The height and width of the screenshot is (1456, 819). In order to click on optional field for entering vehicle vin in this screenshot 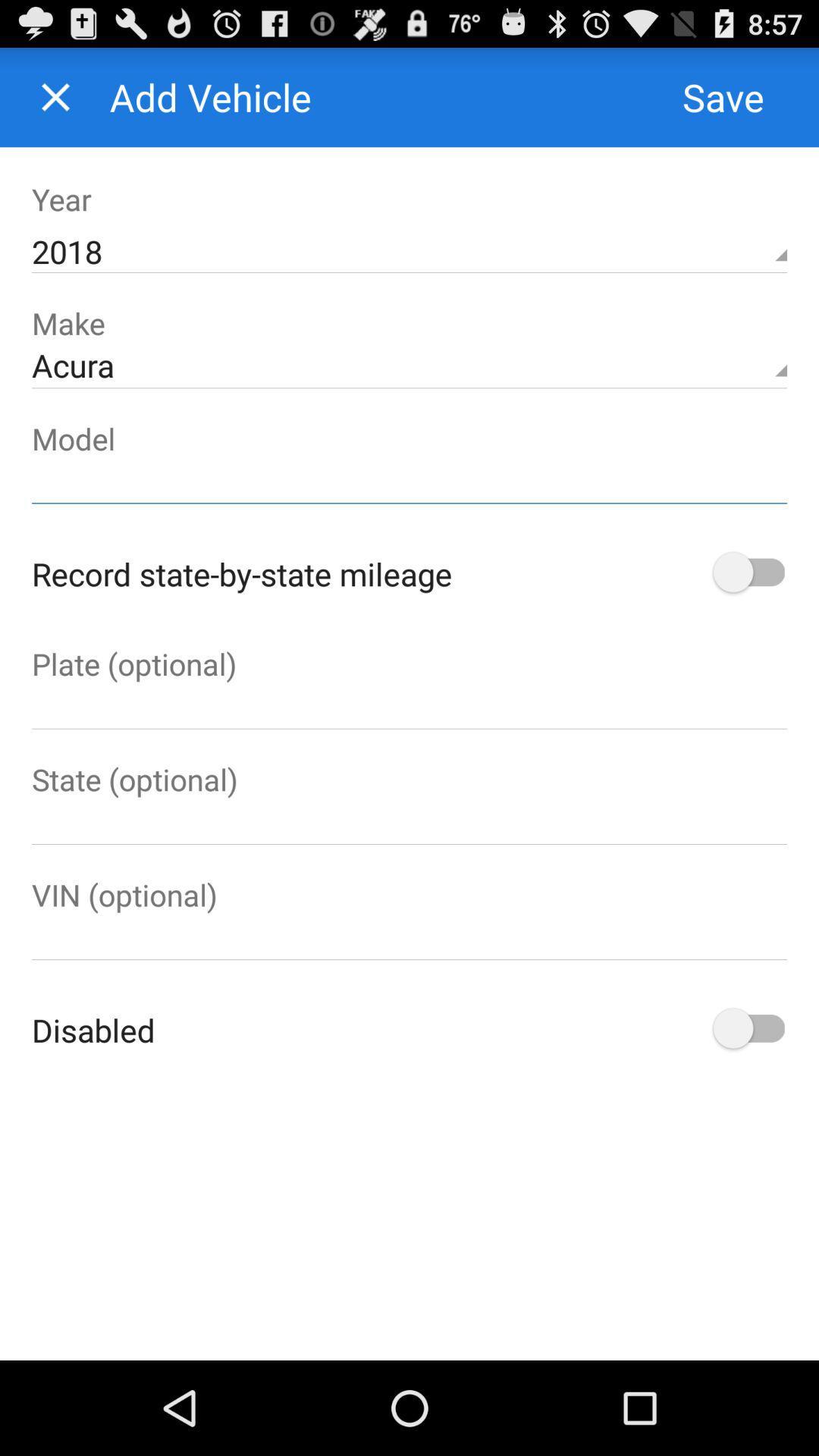, I will do `click(409, 937)`.